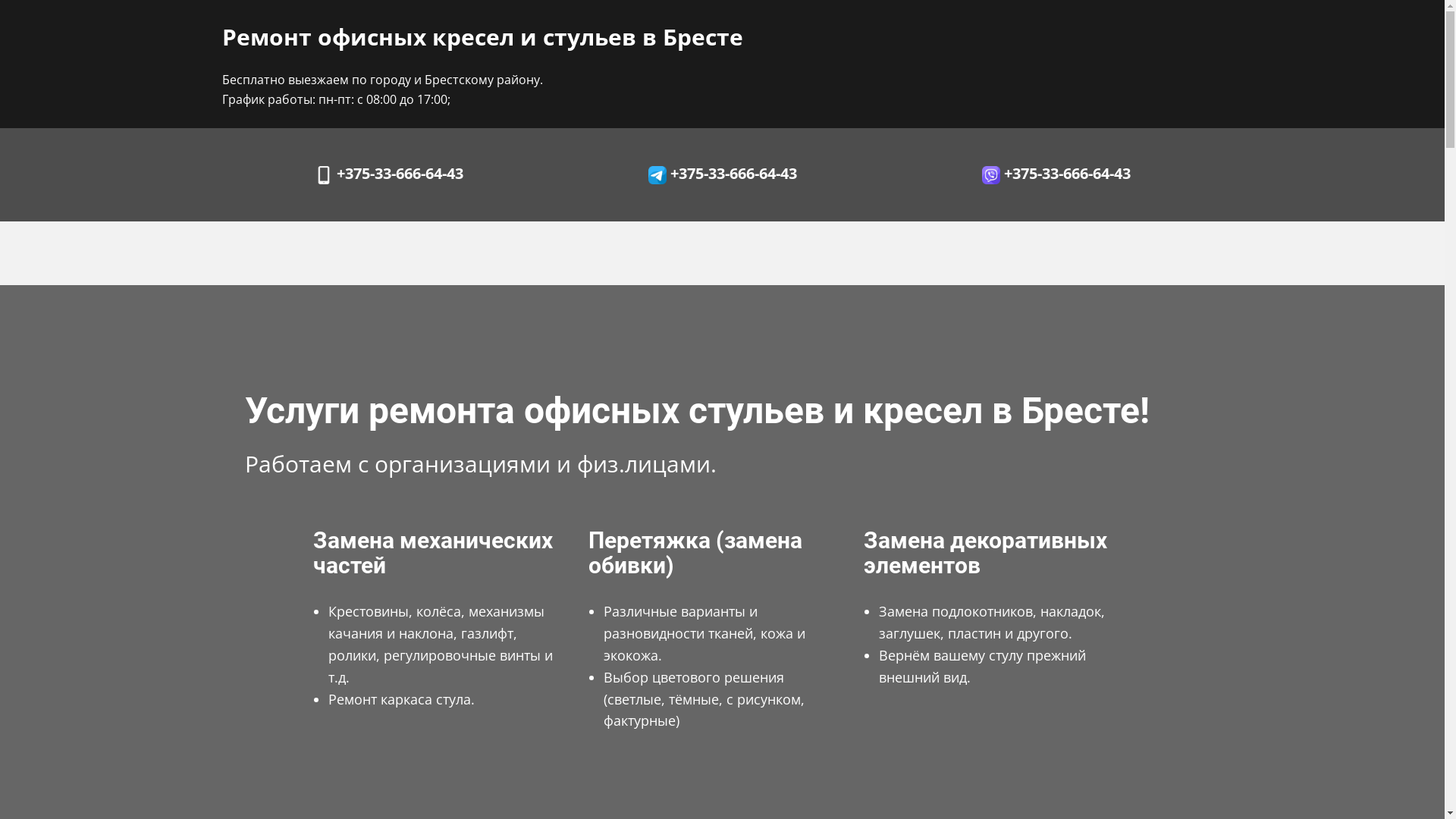  I want to click on ' +375-33-666-64-43', so click(388, 174).